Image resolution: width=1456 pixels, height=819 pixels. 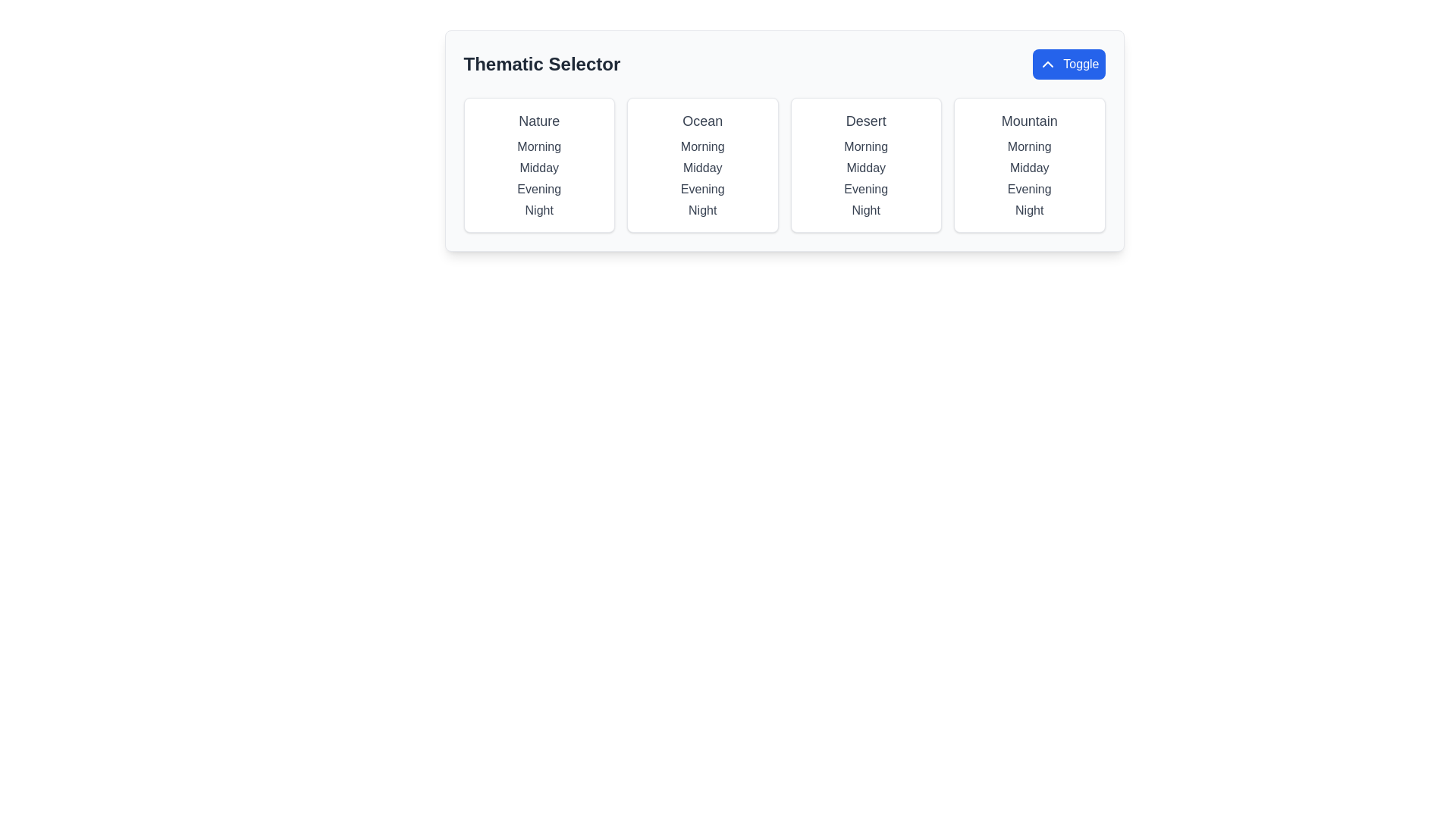 I want to click on the text label displaying 'Morning' which is the first item, so click(x=701, y=146).